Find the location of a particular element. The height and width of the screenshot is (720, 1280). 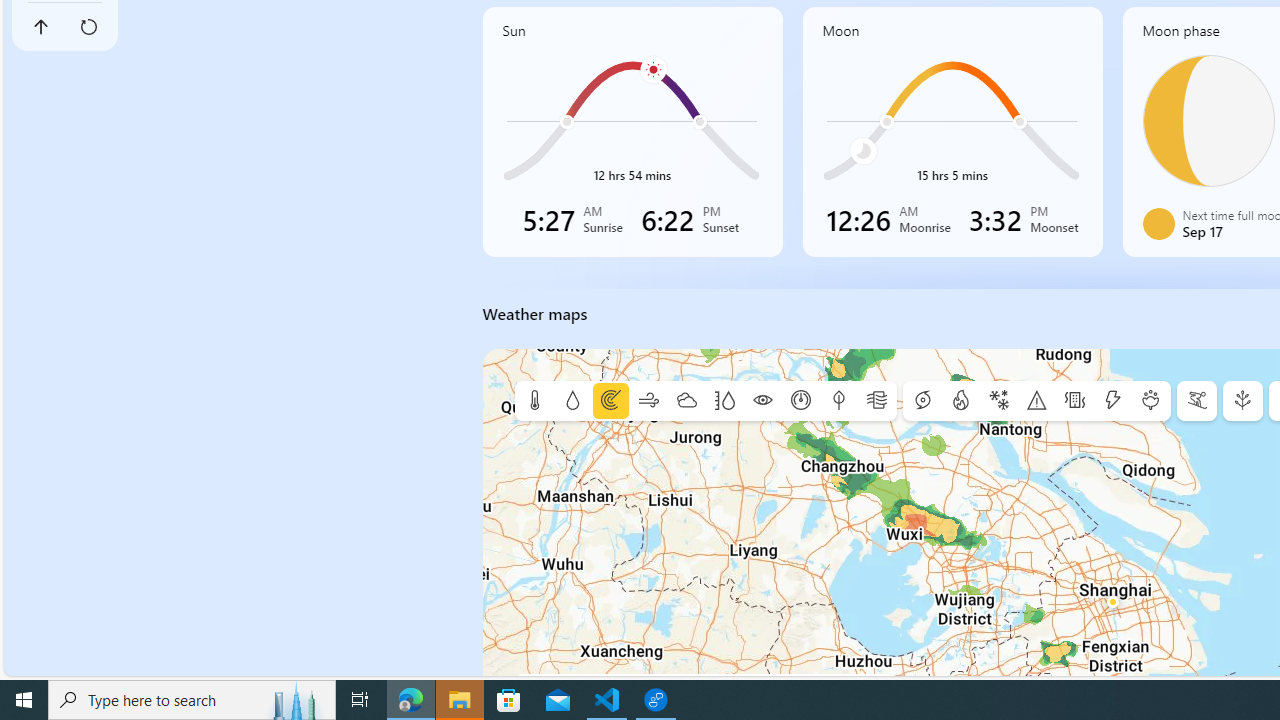

'Severe weather' is located at coordinates (1036, 401).